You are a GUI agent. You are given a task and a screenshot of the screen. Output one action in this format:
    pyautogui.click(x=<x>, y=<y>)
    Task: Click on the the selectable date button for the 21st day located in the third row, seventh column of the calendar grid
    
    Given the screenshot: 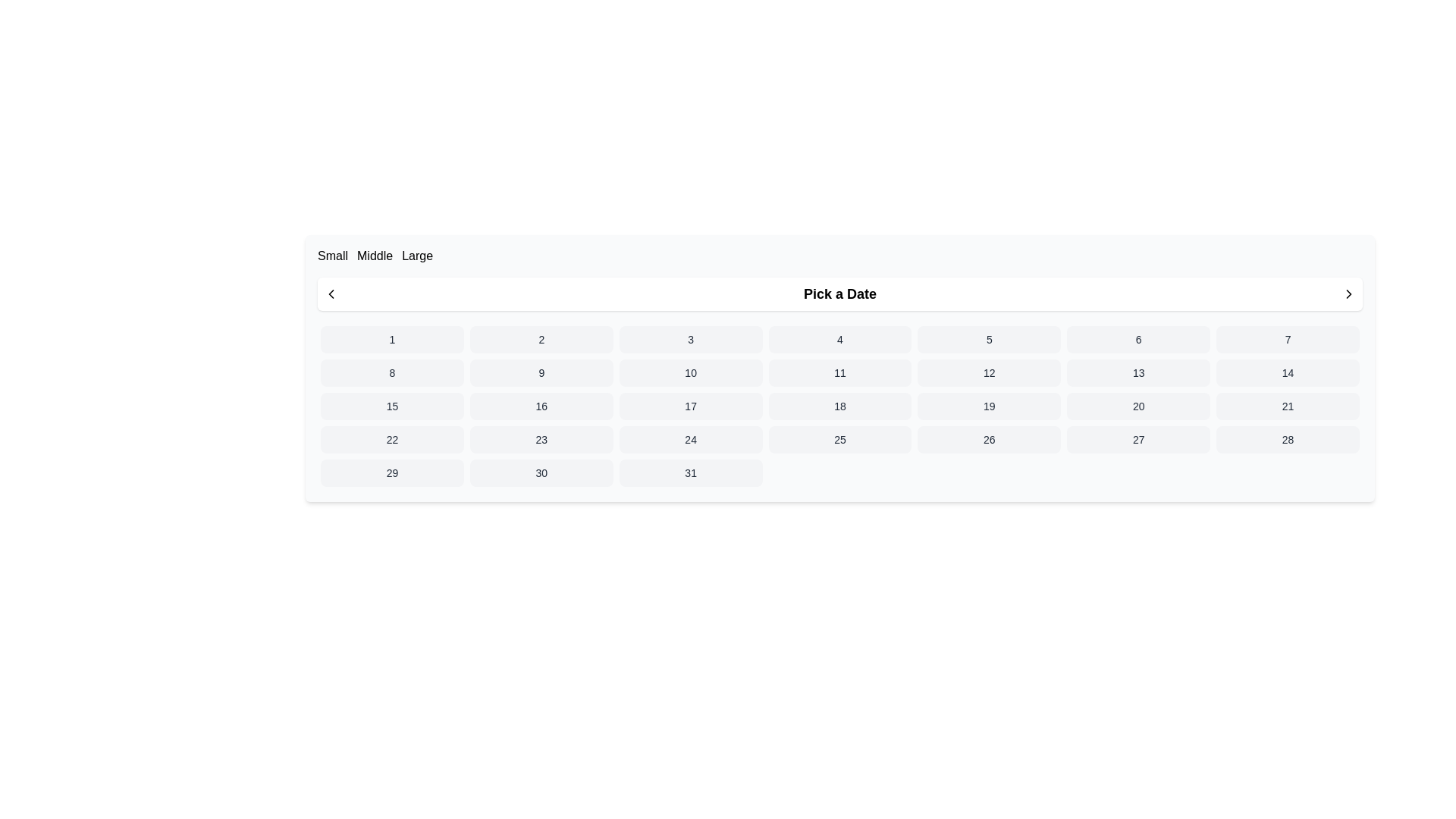 What is the action you would take?
    pyautogui.click(x=1287, y=406)
    